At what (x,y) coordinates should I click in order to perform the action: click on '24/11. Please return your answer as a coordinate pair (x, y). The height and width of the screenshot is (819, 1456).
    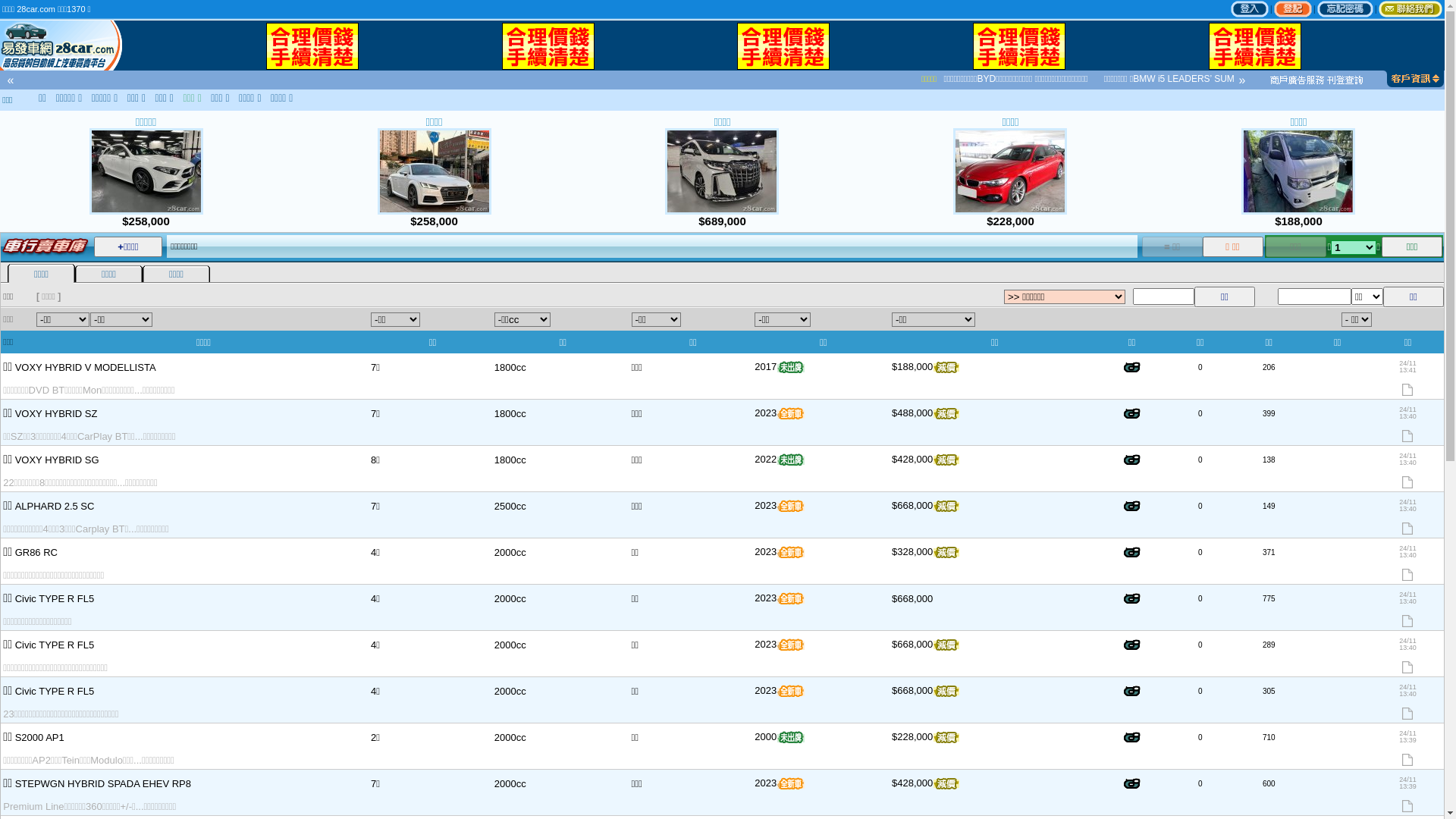
    Looking at the image, I should click on (1372, 745).